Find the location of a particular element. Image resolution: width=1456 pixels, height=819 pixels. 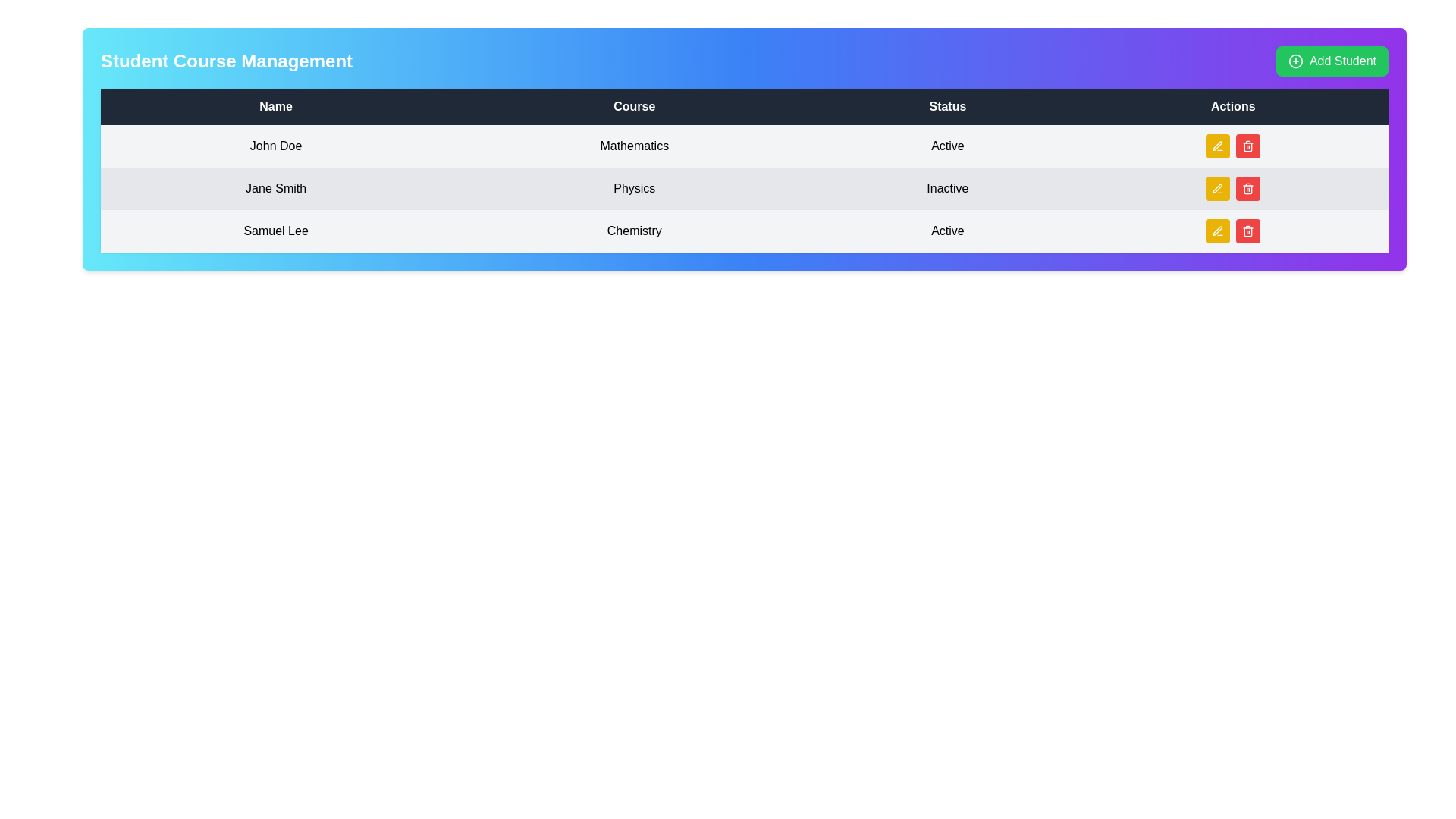

the table cell in the first column of the second row under the 'Name' header is located at coordinates (276, 188).